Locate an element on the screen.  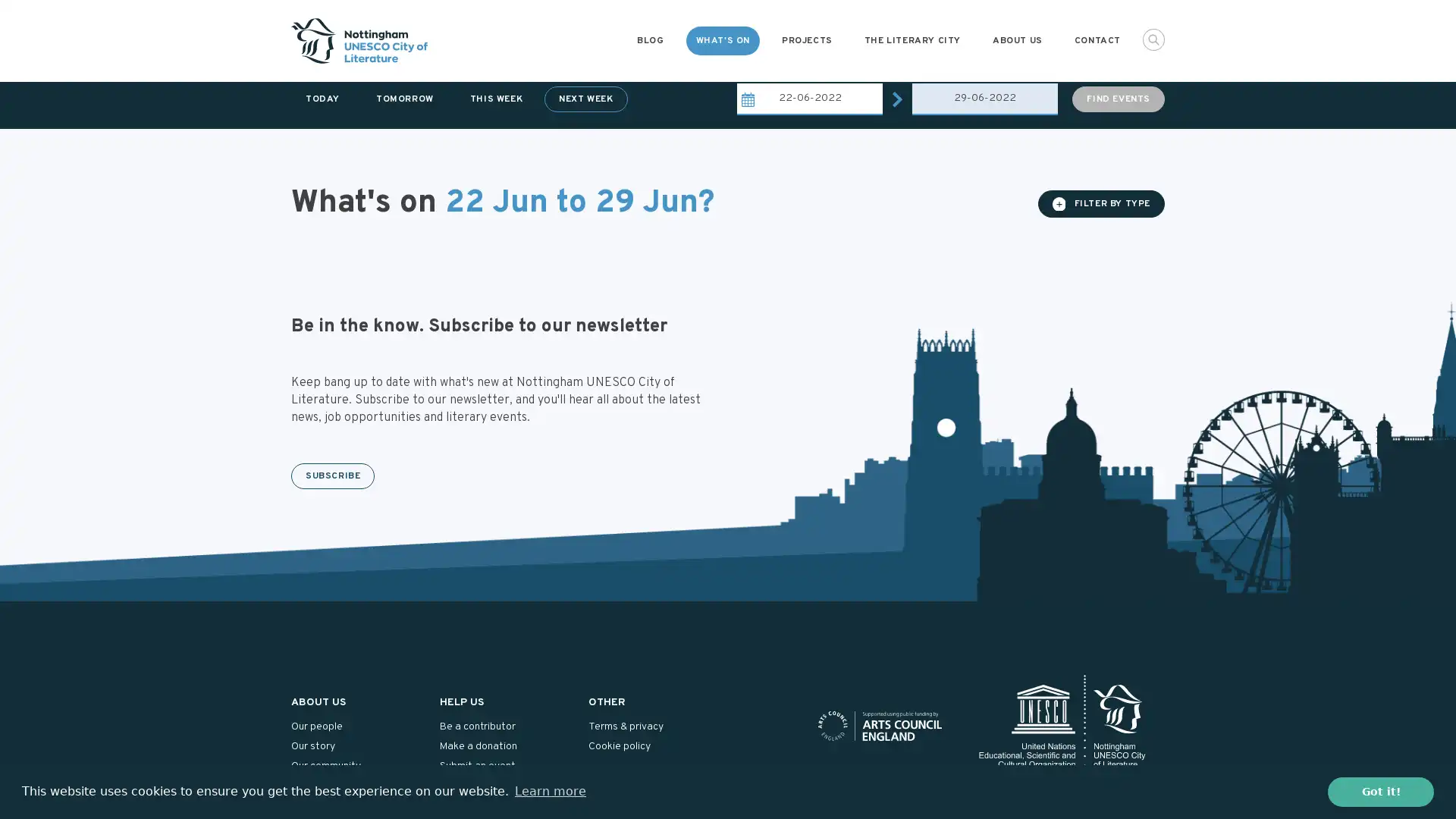
learn more about cookies is located at coordinates (549, 791).